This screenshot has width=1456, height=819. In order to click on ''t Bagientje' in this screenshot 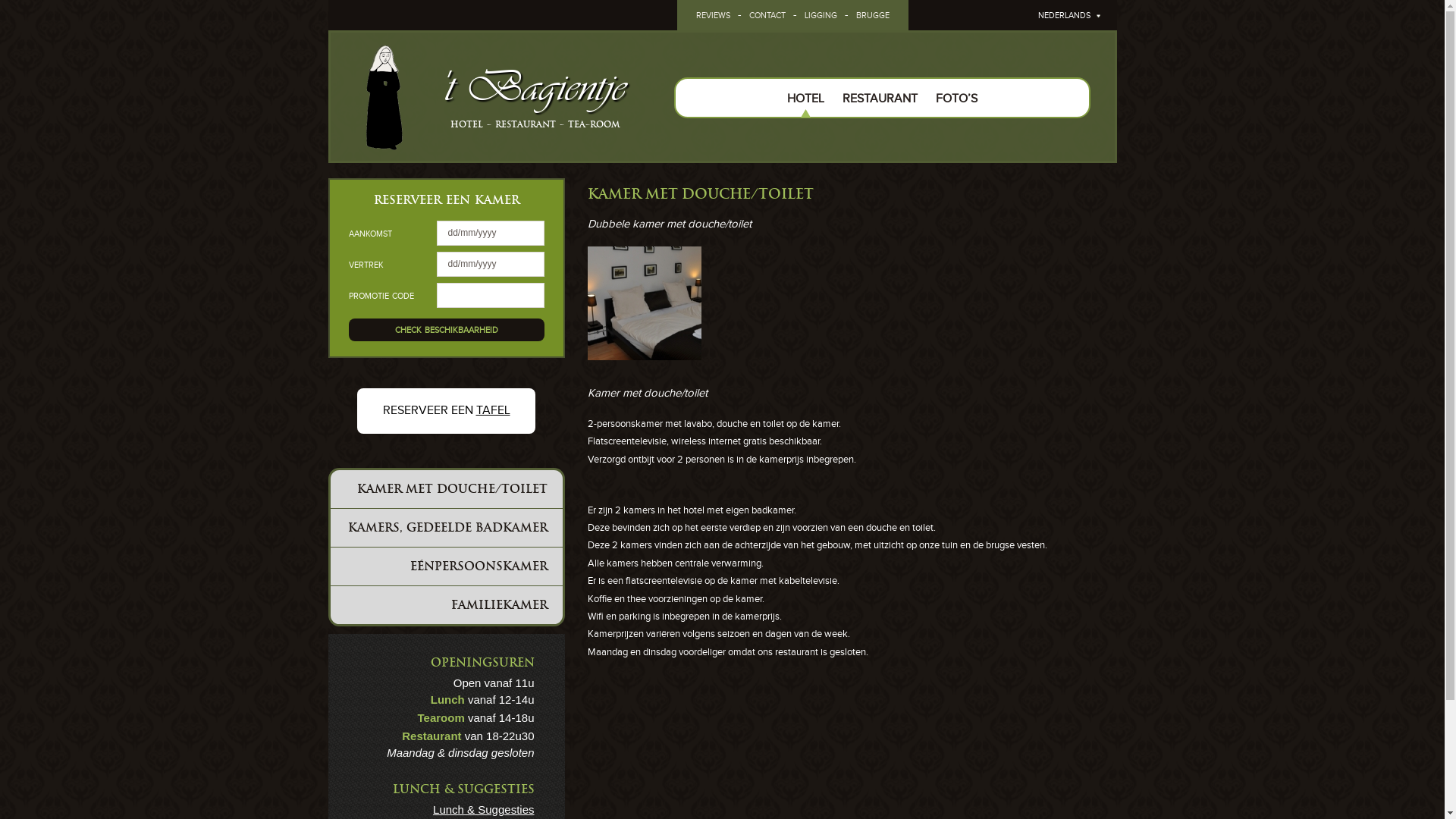, I will do `click(439, 87)`.